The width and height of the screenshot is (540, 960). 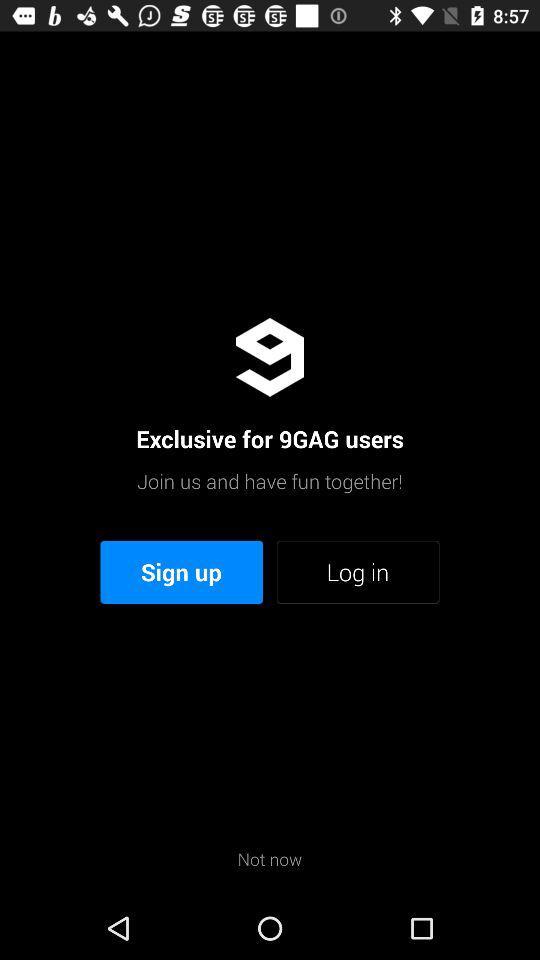 I want to click on the log in item, so click(x=357, y=572).